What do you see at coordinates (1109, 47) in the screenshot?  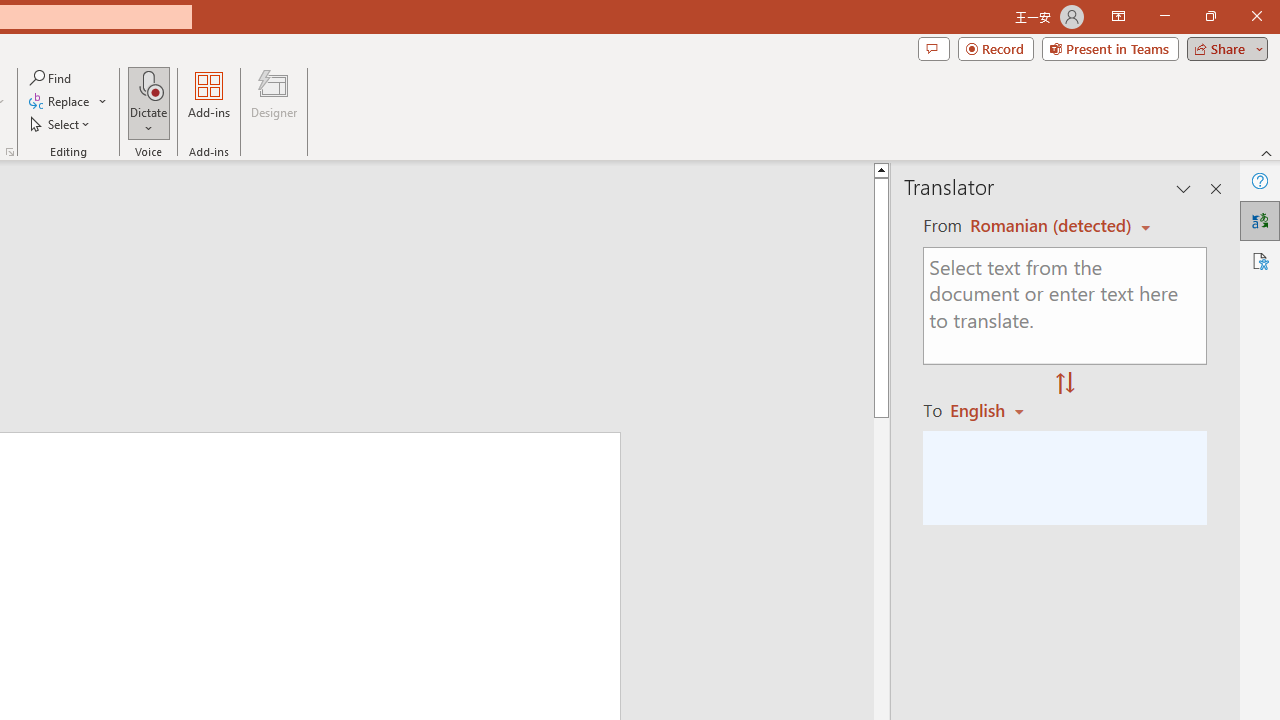 I see `'Present in Teams'` at bounding box center [1109, 47].